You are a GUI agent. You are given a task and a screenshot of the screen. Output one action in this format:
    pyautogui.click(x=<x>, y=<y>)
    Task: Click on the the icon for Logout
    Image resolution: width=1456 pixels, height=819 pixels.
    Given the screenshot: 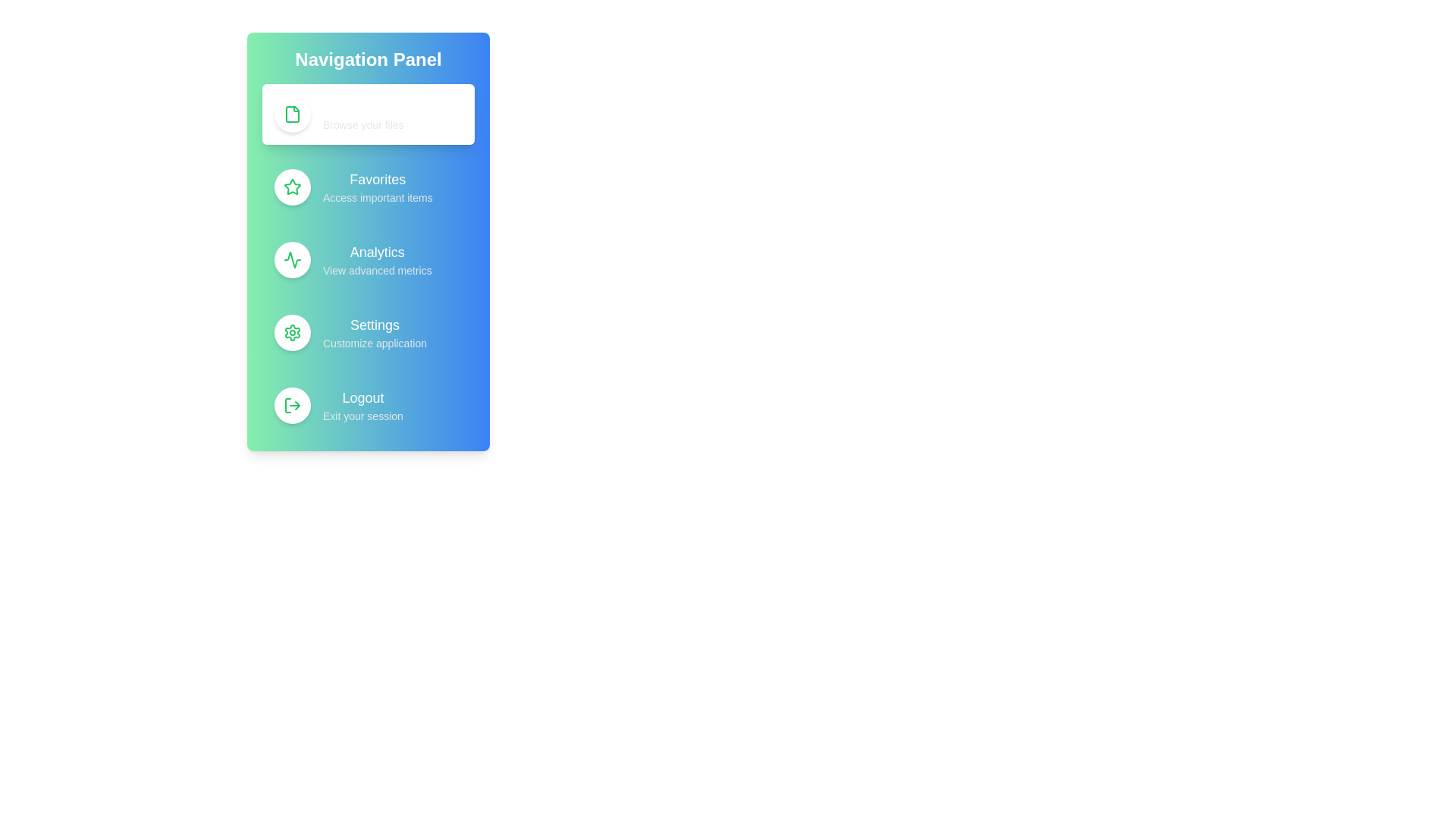 What is the action you would take?
    pyautogui.click(x=292, y=405)
    